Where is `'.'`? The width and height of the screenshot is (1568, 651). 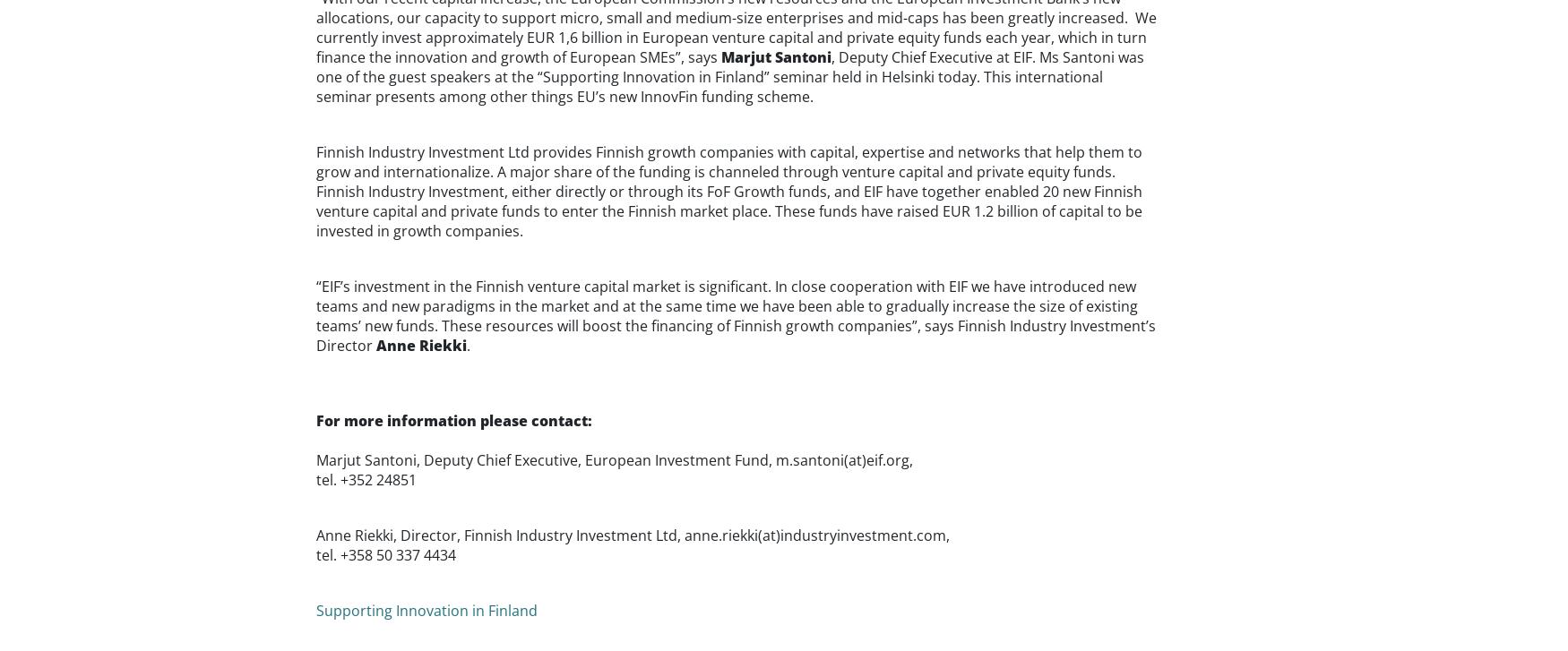
'.' is located at coordinates (467, 344).